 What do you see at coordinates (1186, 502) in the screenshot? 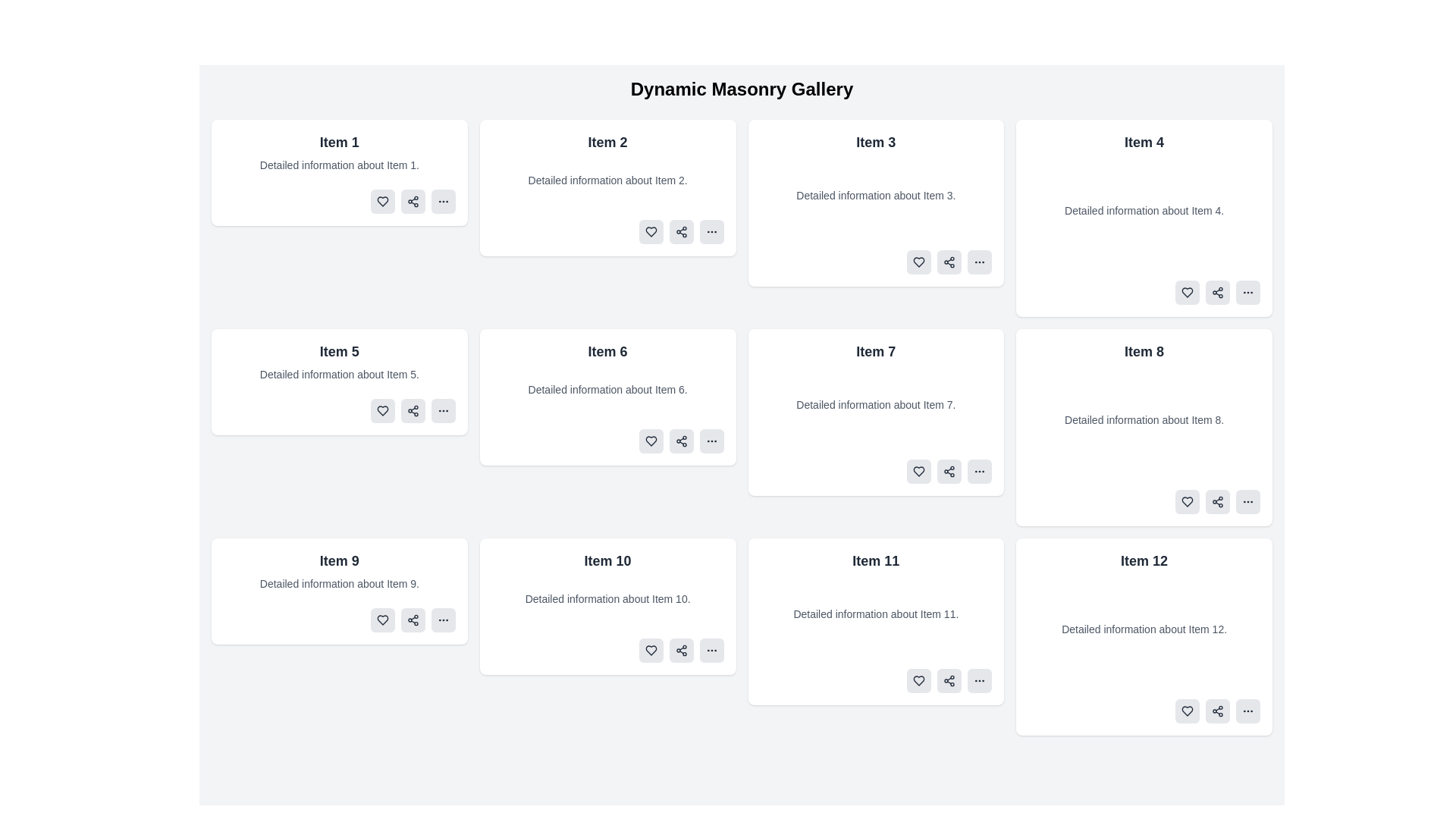
I see `the heart-shaped like button located in the bottom-right section of the card UI for 'Item 8'` at bounding box center [1186, 502].